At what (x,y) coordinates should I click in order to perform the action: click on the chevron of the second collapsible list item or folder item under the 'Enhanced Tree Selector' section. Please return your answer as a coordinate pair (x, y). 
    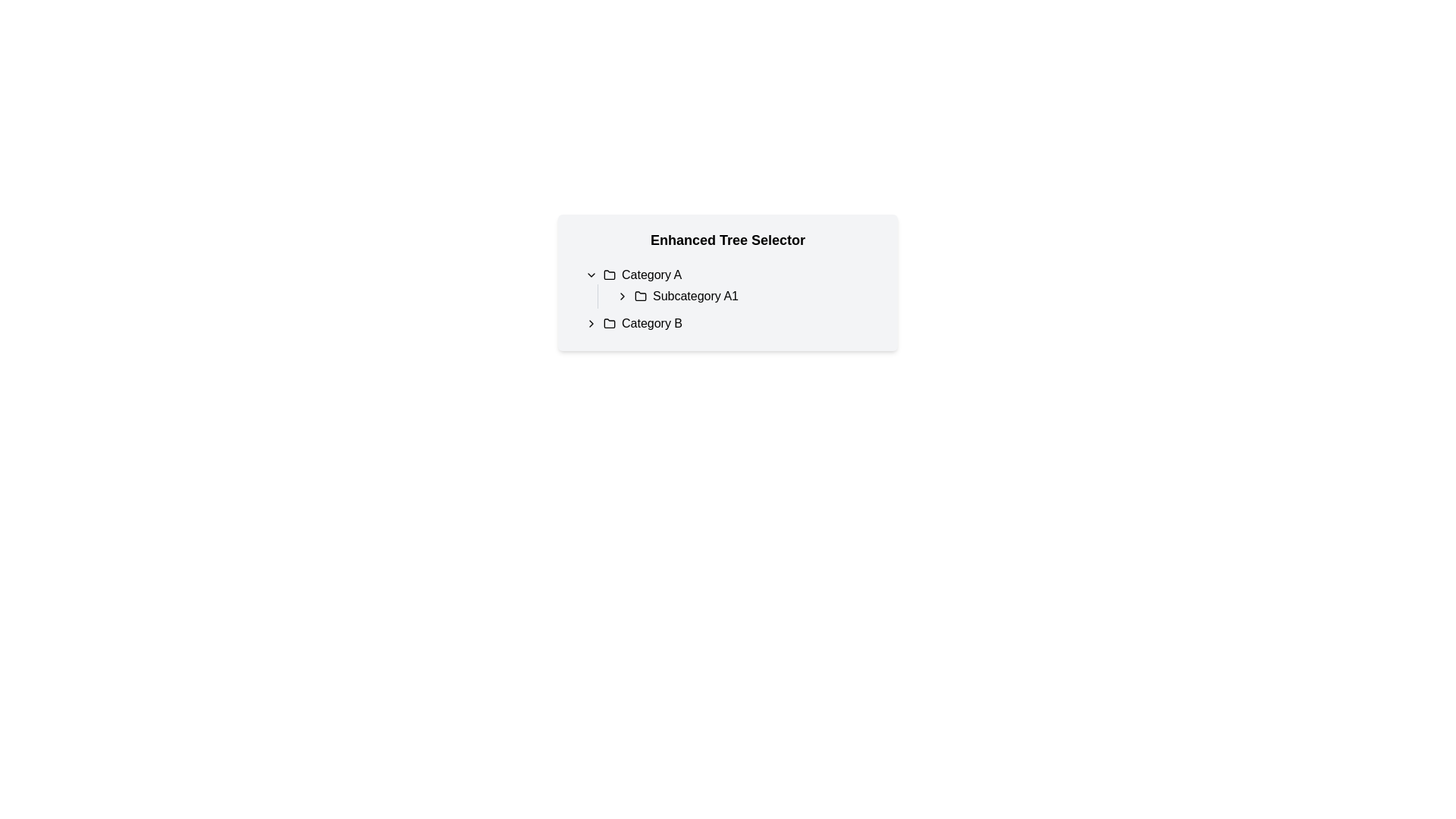
    Looking at the image, I should click on (734, 323).